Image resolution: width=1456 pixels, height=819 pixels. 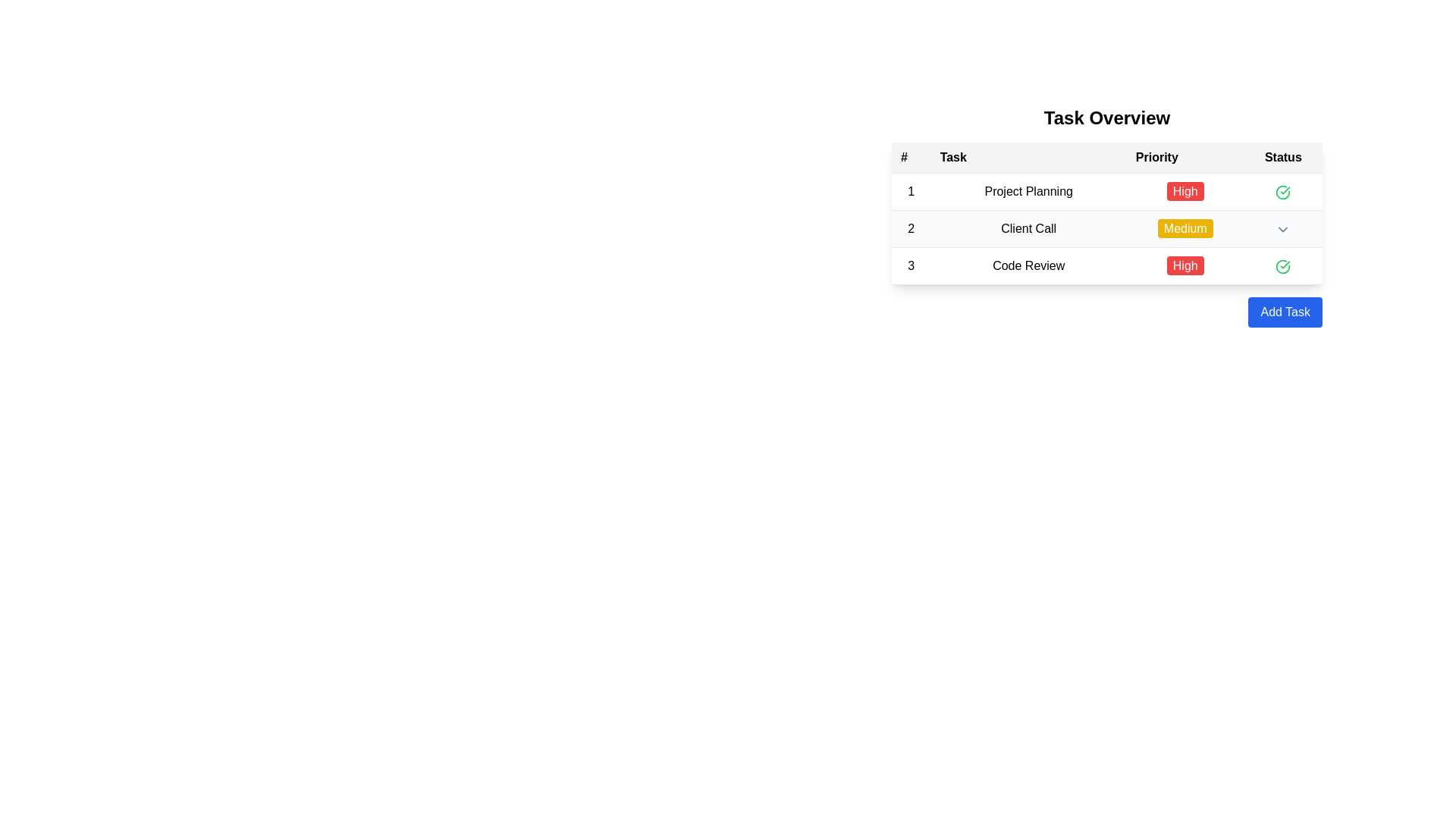 I want to click on the first row in the task details table titled 'Task Overview', which provides information about 'Project Planning', so click(x=1106, y=191).